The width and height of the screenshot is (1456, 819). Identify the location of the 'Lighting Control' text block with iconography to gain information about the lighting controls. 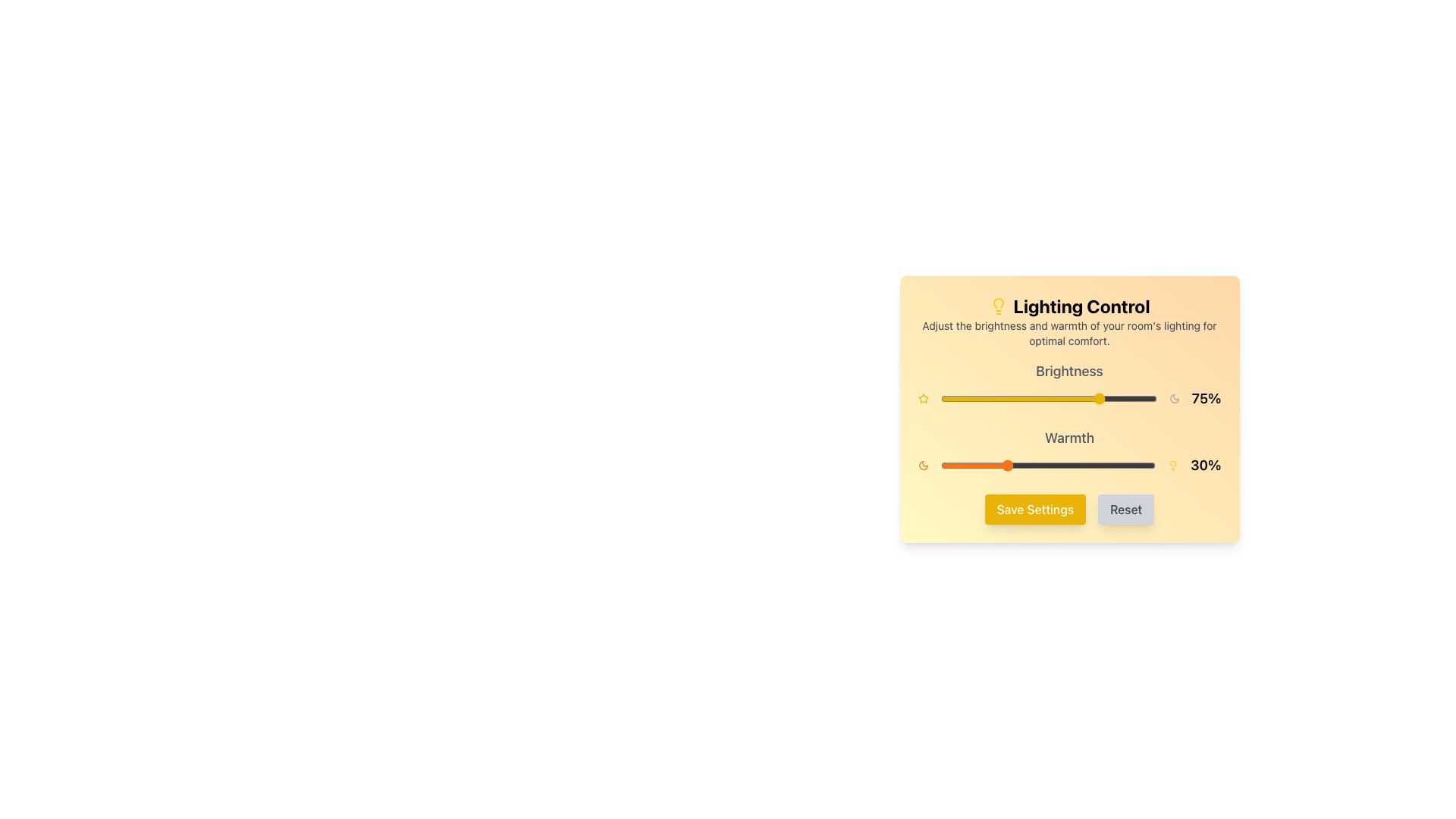
(1068, 321).